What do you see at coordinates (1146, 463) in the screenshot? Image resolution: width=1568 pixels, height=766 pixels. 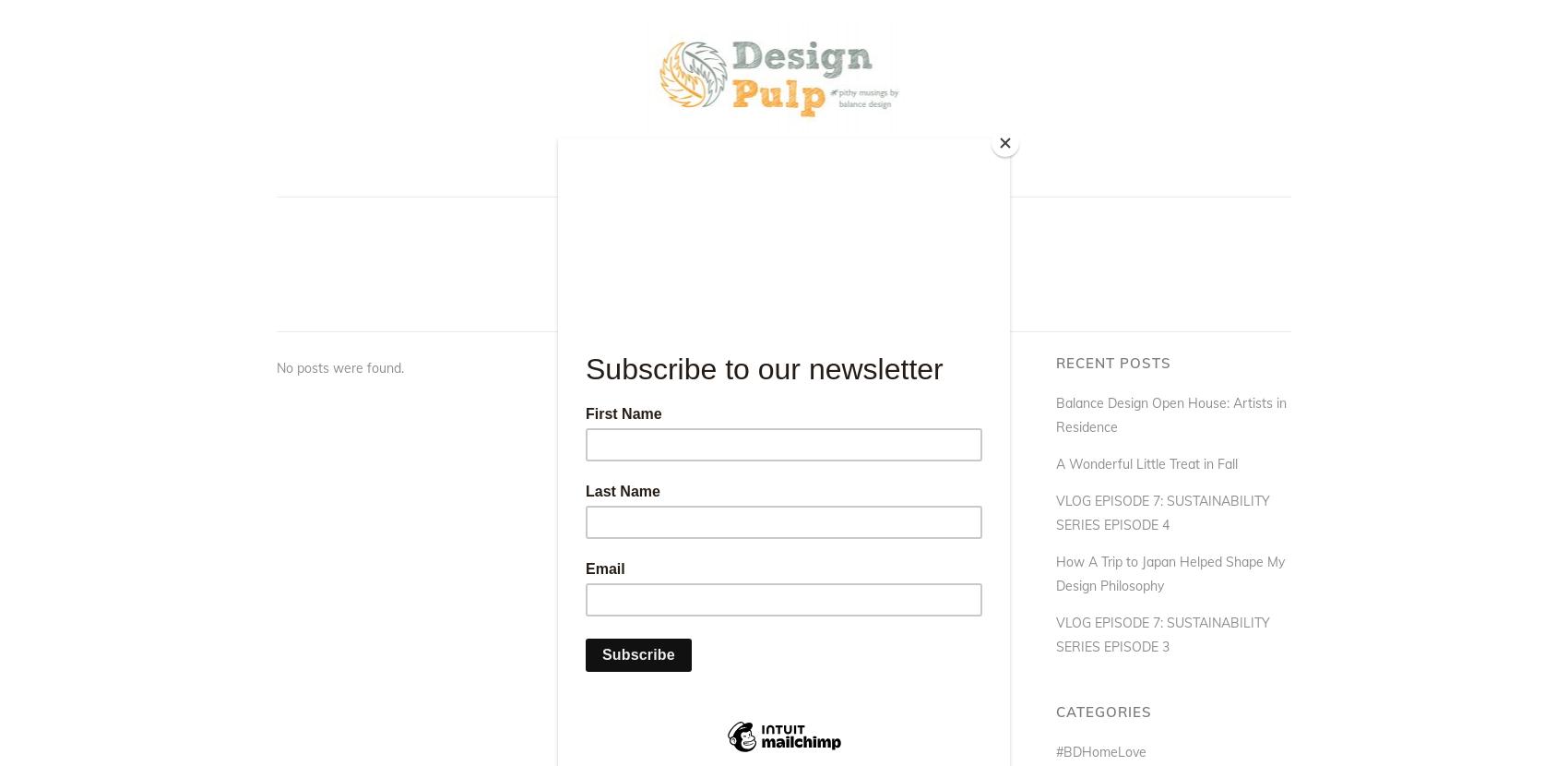 I see `'A Wonderful Little Treat in Fall'` at bounding box center [1146, 463].